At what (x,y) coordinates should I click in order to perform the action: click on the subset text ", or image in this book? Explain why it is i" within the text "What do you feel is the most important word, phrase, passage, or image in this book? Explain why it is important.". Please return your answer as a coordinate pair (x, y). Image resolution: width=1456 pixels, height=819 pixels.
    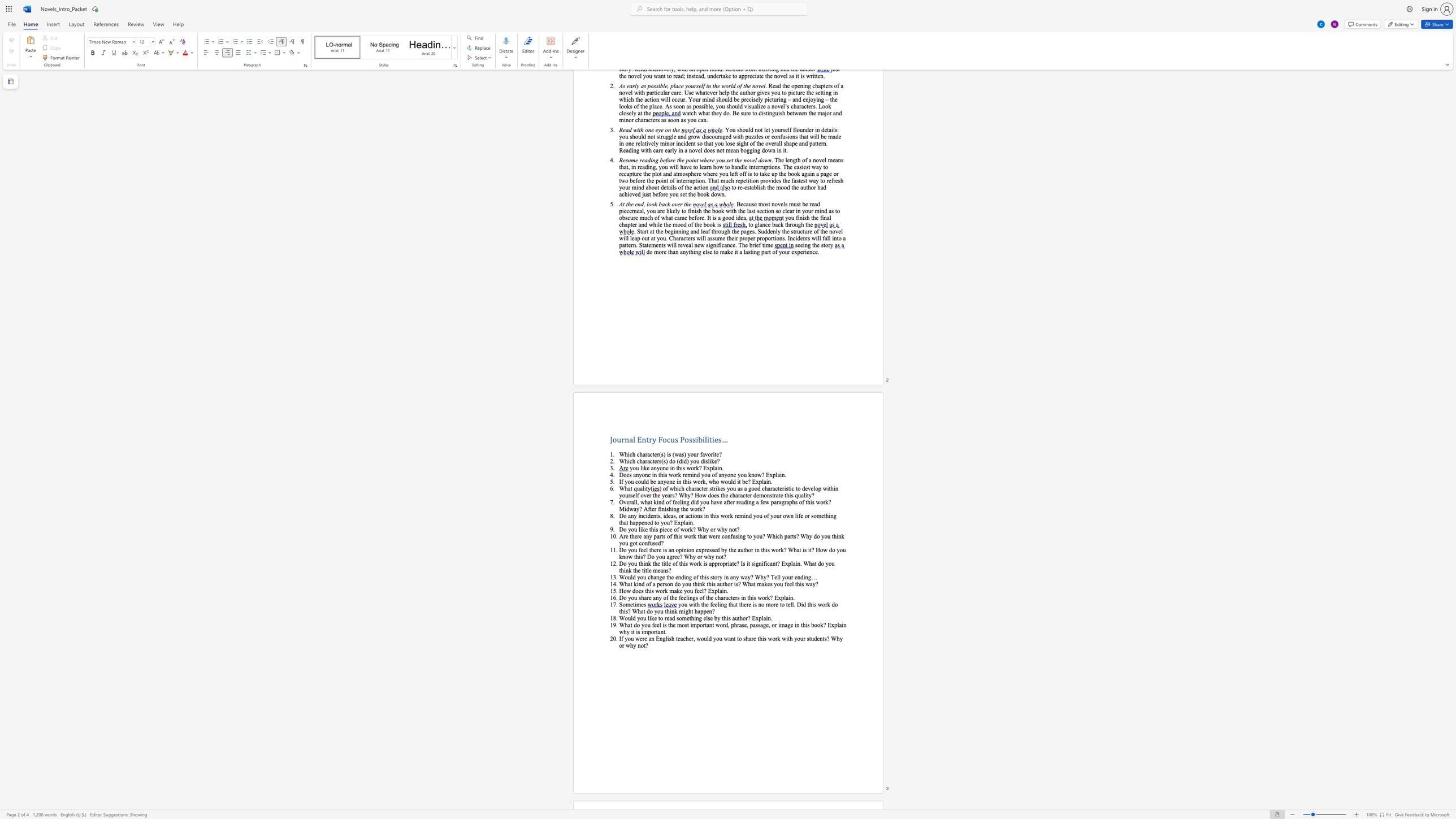
    Looking at the image, I should click on (768, 624).